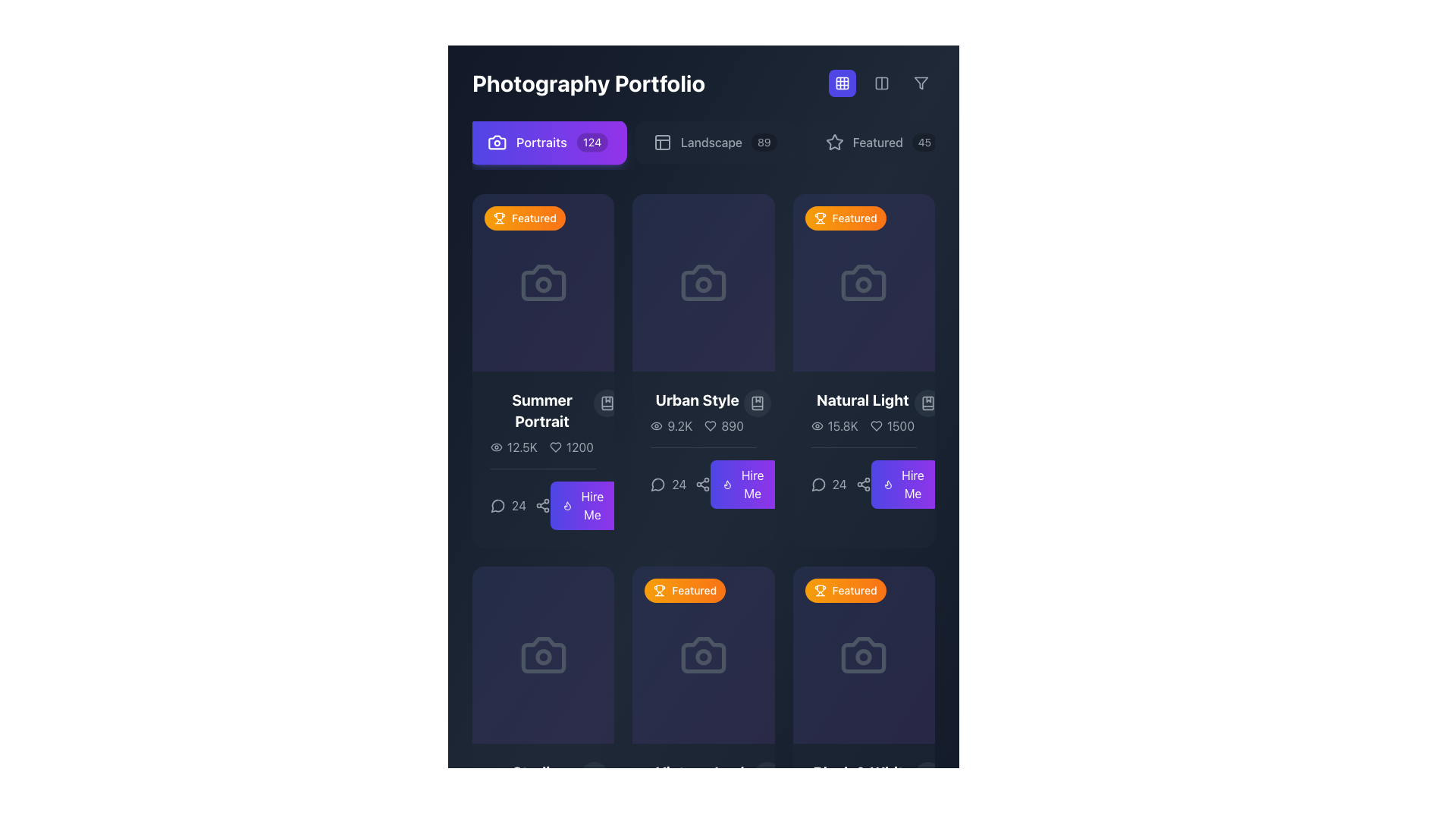 The height and width of the screenshot is (819, 1456). Describe the element at coordinates (840, 485) in the screenshot. I see `the numerical text '24' displayed in light gray, located at the bottom of the 'Natural Light' card, between the speech bubble and node connection icons, to interact with it if interactivity exists` at that location.